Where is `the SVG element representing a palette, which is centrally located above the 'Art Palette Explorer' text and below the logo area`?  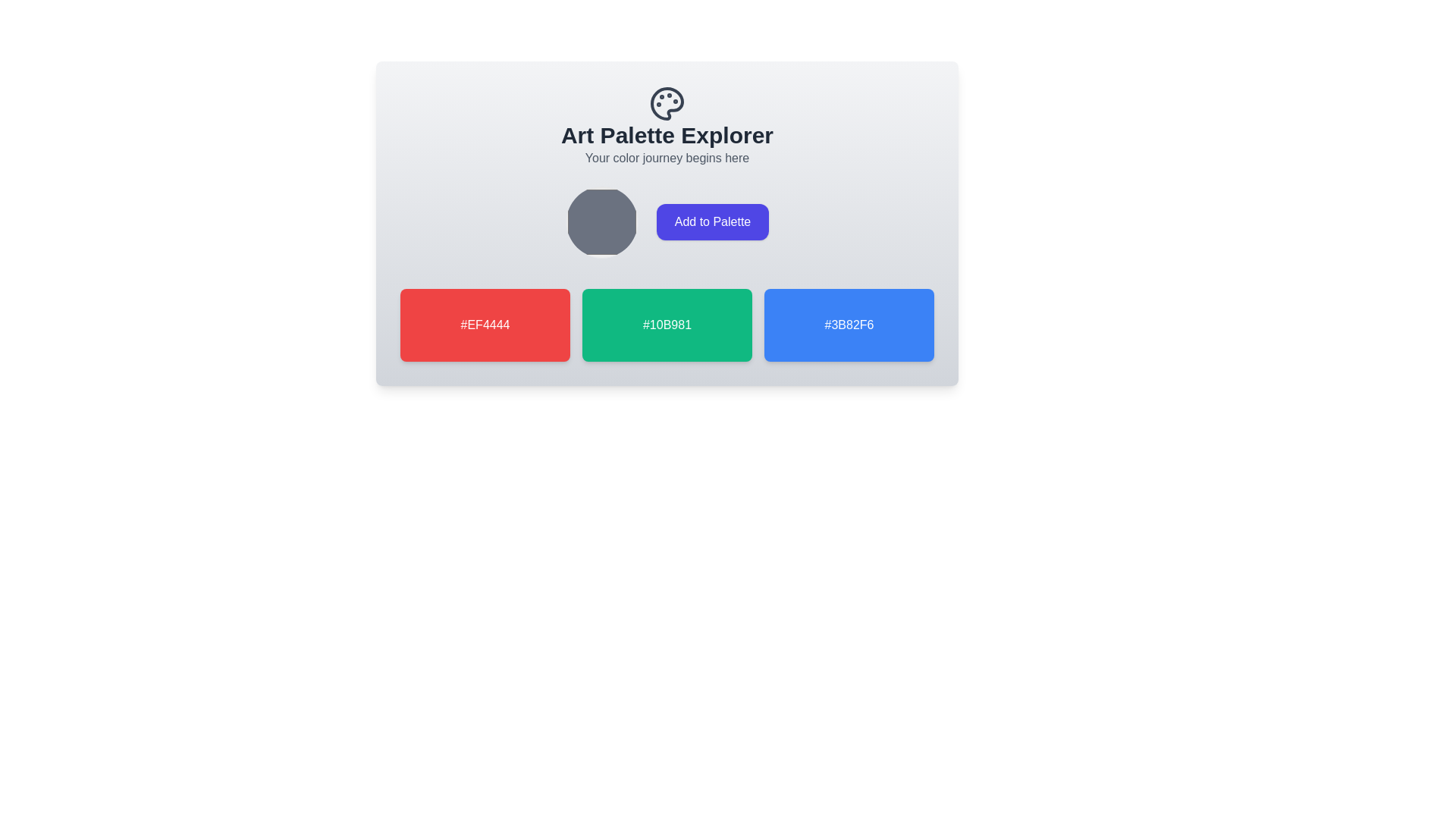
the SVG element representing a palette, which is centrally located above the 'Art Palette Explorer' text and below the logo area is located at coordinates (667, 103).